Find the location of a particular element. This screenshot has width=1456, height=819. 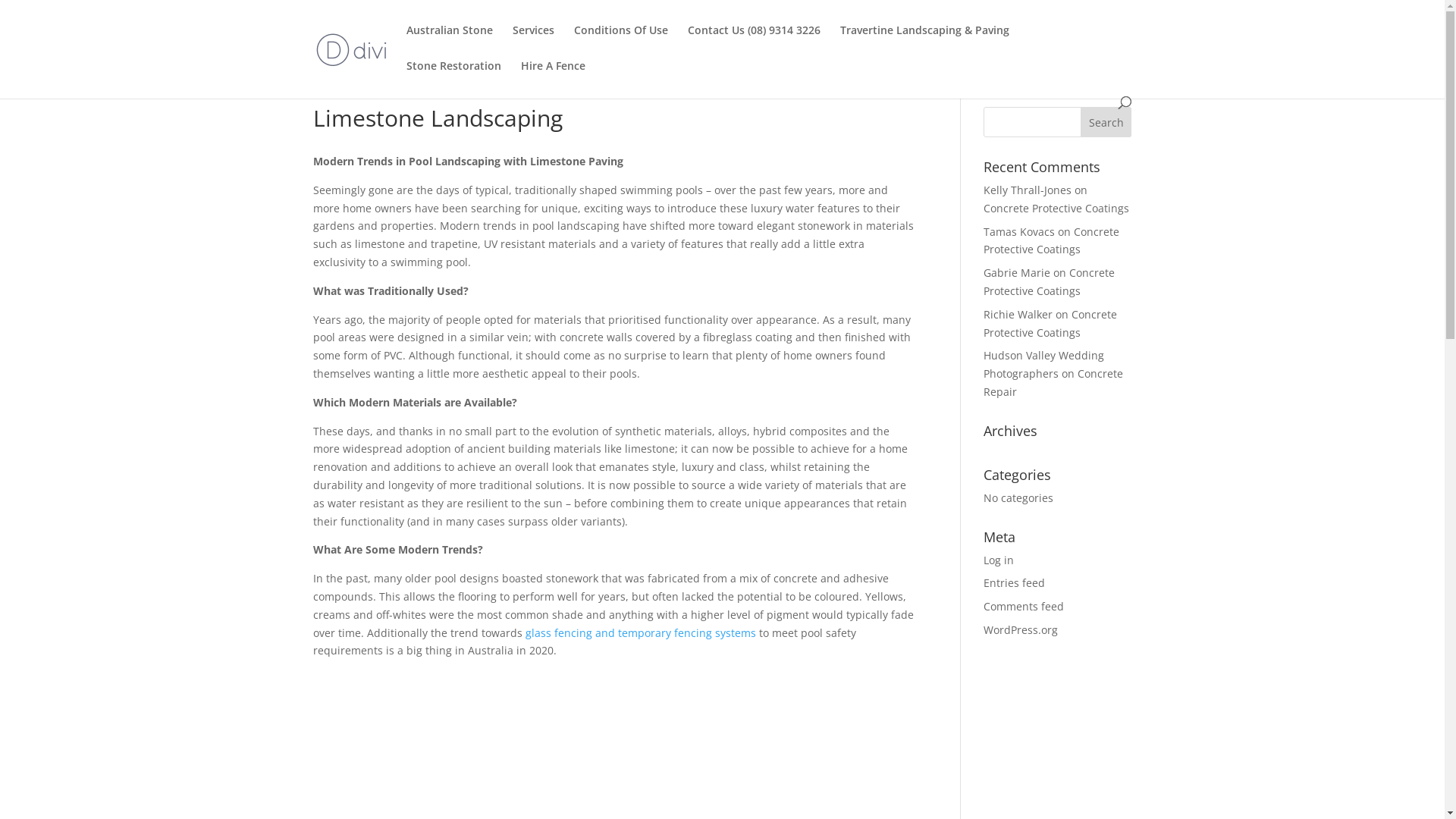

'Conditions Of Use' is located at coordinates (620, 42).